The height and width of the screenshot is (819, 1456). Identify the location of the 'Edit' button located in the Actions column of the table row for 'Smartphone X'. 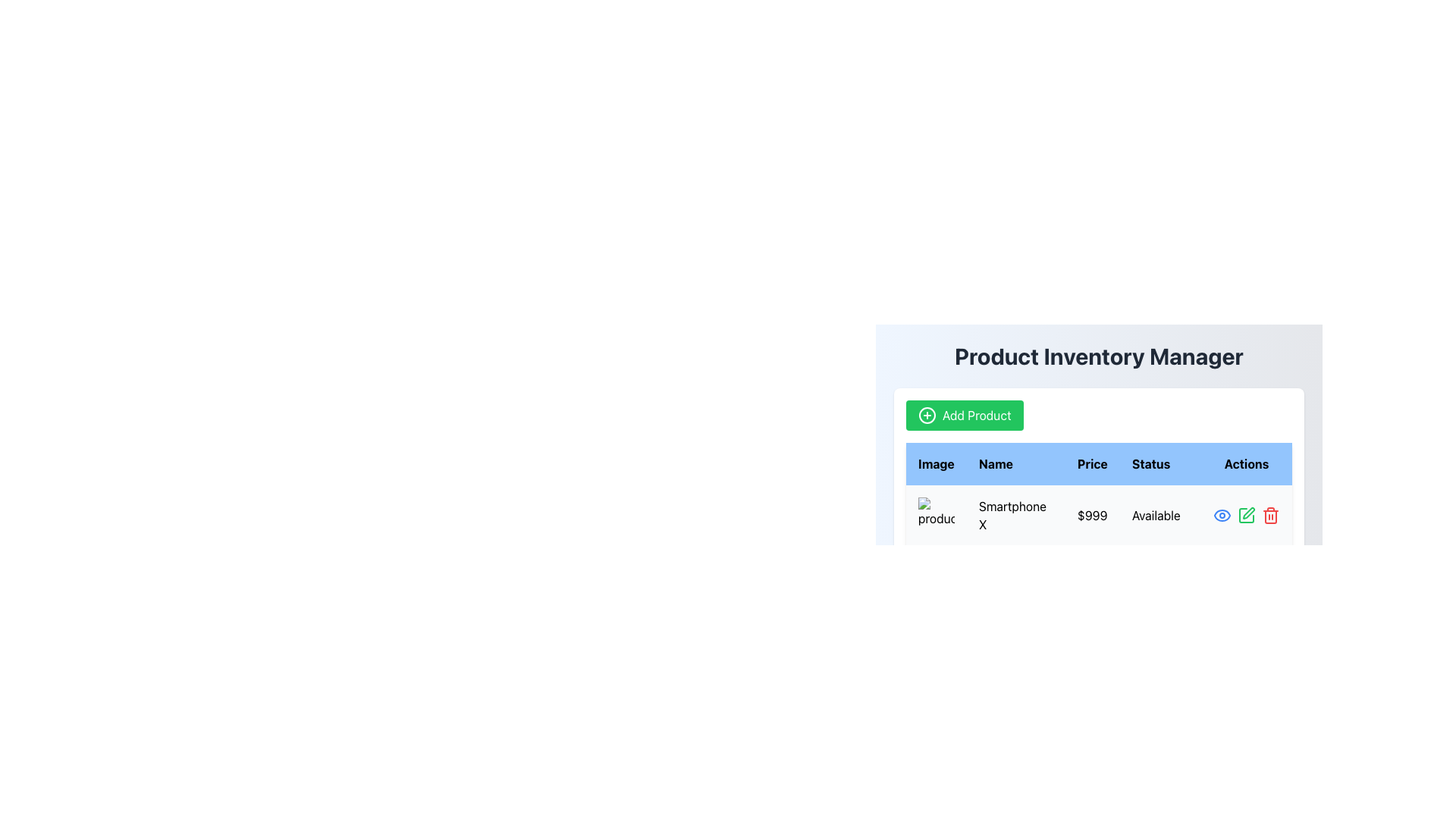
(1246, 514).